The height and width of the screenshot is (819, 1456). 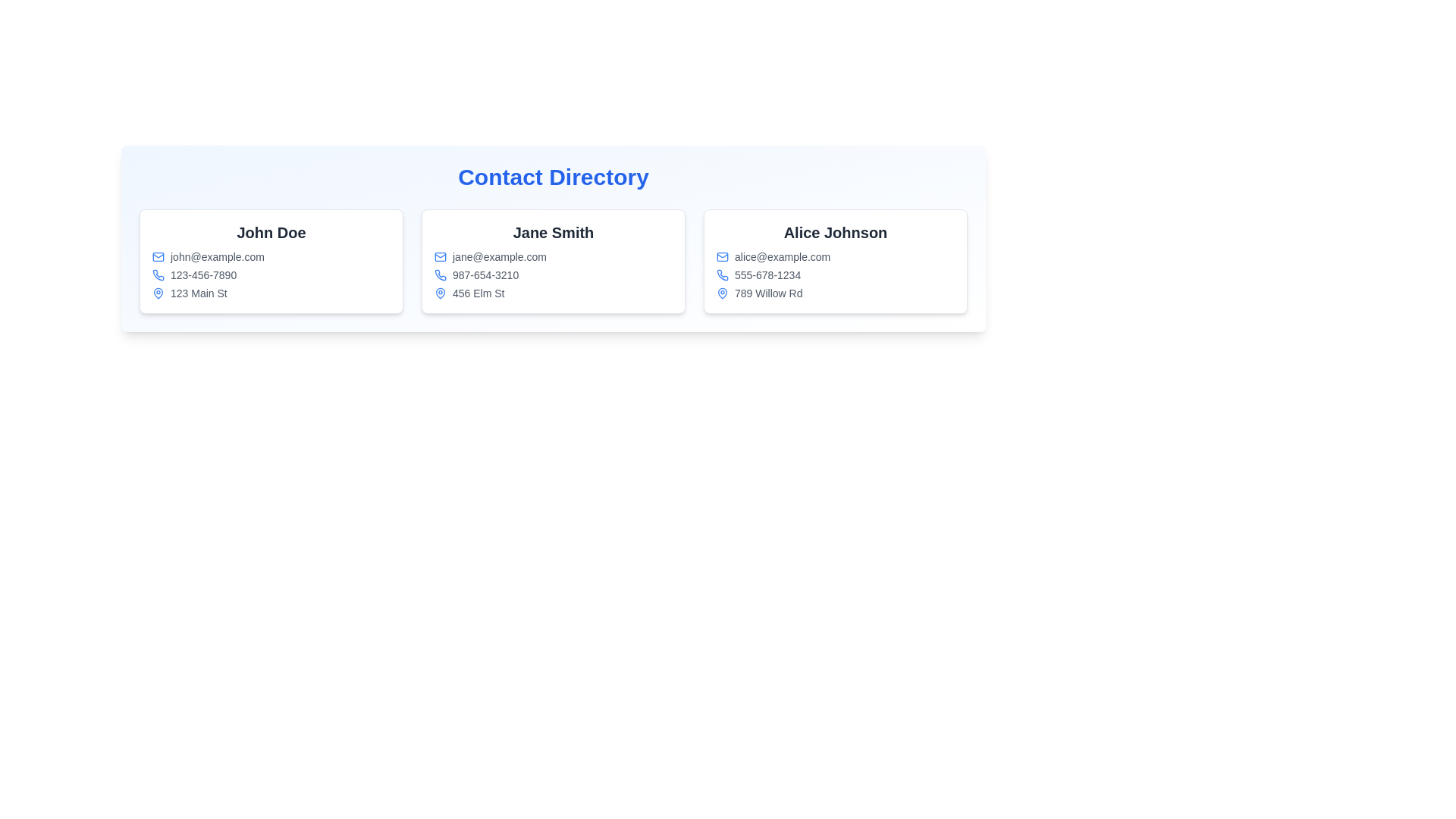 What do you see at coordinates (439, 275) in the screenshot?
I see `the phone handset icon with a blue outline located to the left of the phone number in the contact details for 'Jane Smith' within the middle contact card` at bounding box center [439, 275].